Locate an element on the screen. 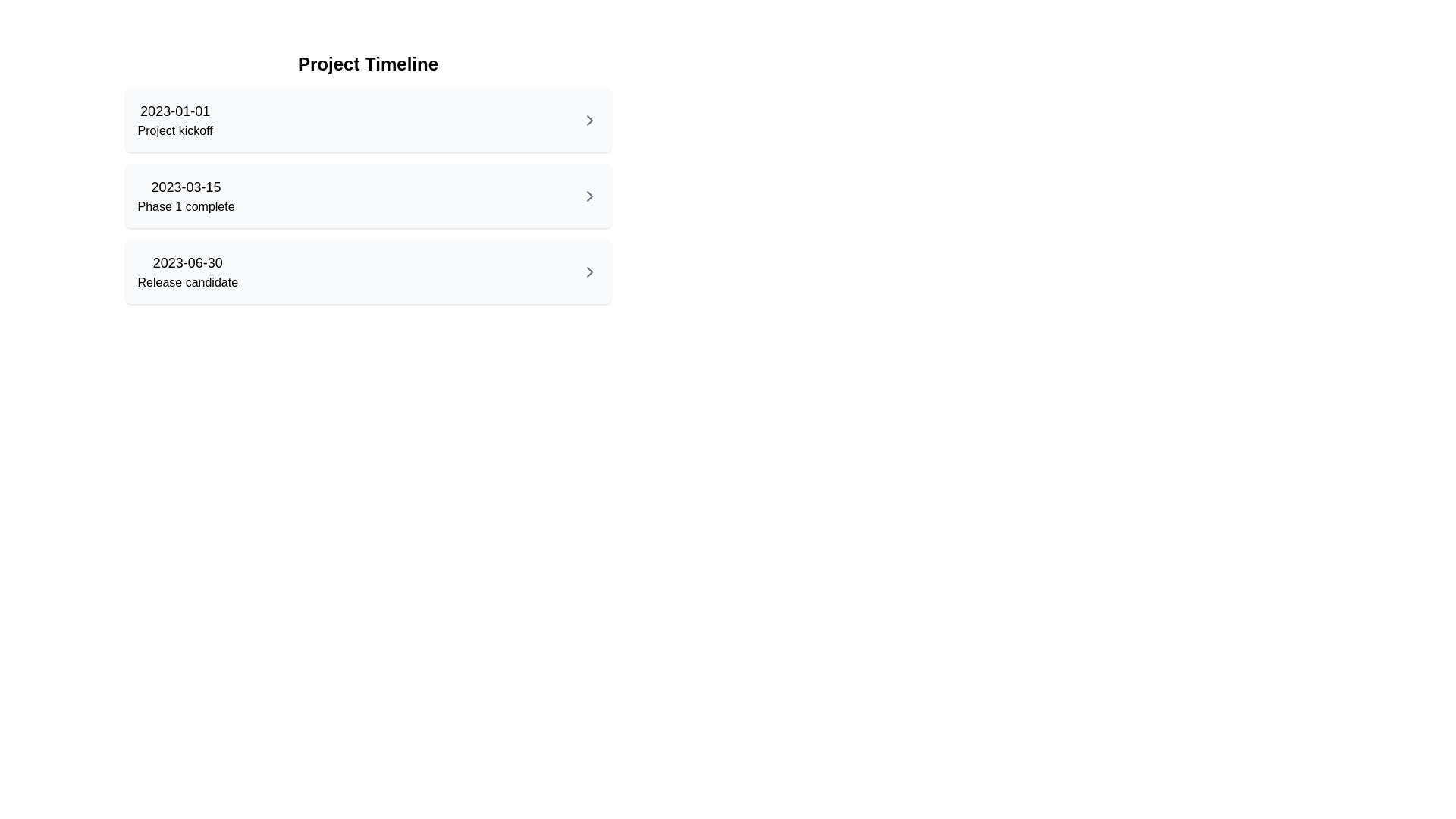  the chevron icon button located on the far right of the list item displaying '2023-03-15 Phase 1 complete' is located at coordinates (588, 195).